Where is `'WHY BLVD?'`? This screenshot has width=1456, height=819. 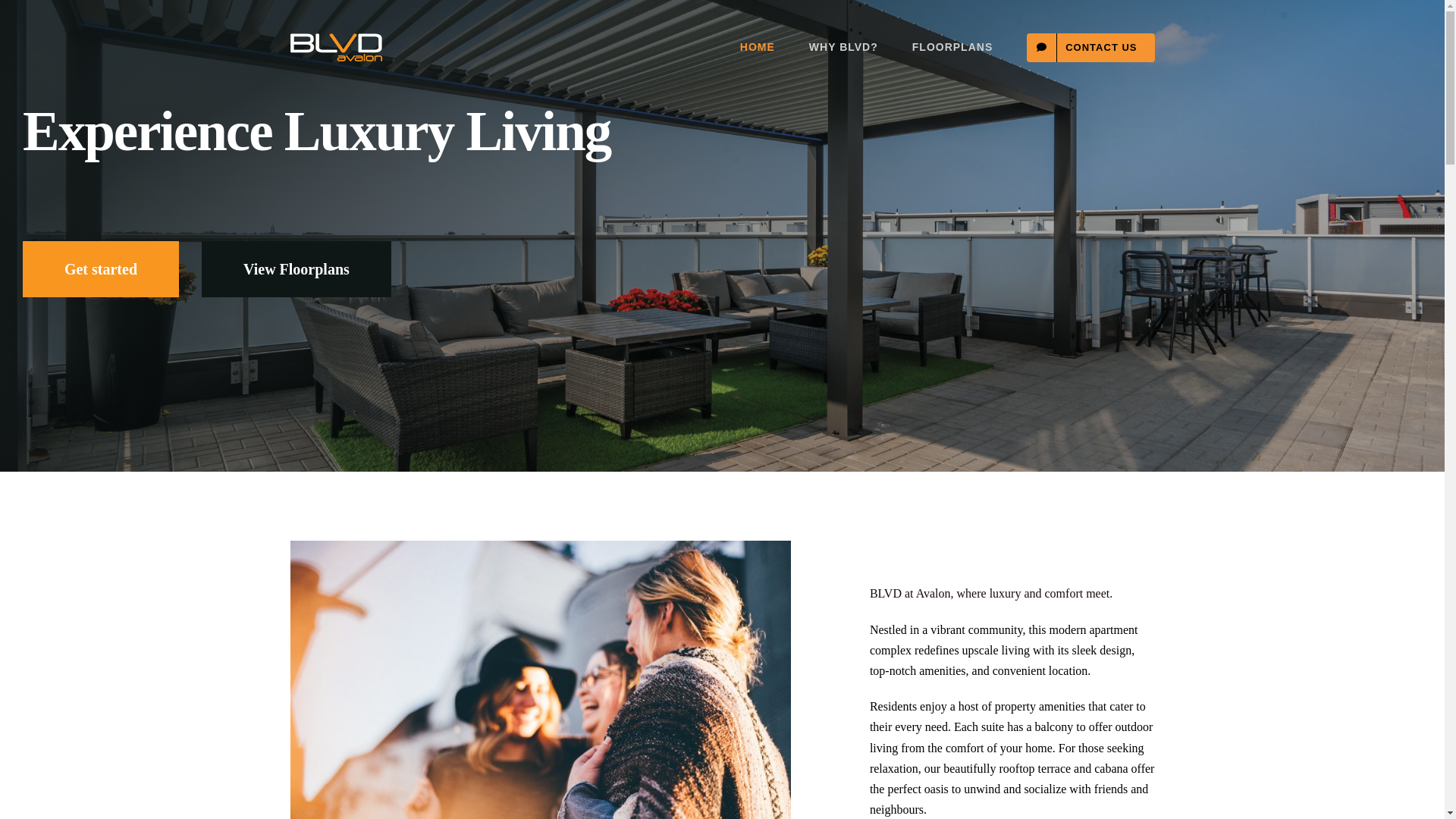 'WHY BLVD?' is located at coordinates (808, 45).